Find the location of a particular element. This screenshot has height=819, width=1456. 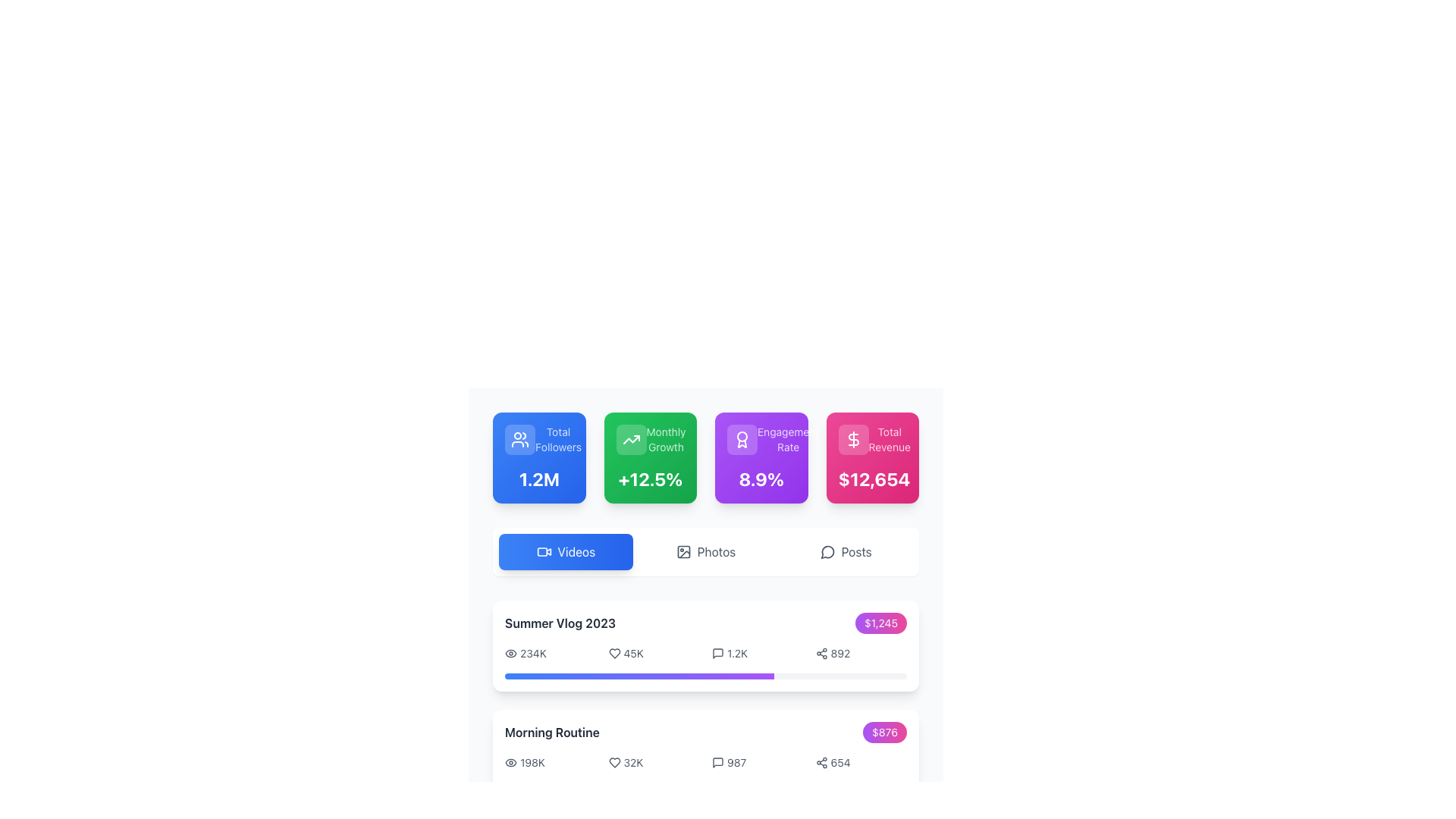

the Text display showing the engagement rate metric located at the bottom section of the purple card labeled 'Engagement Rate' is located at coordinates (761, 479).